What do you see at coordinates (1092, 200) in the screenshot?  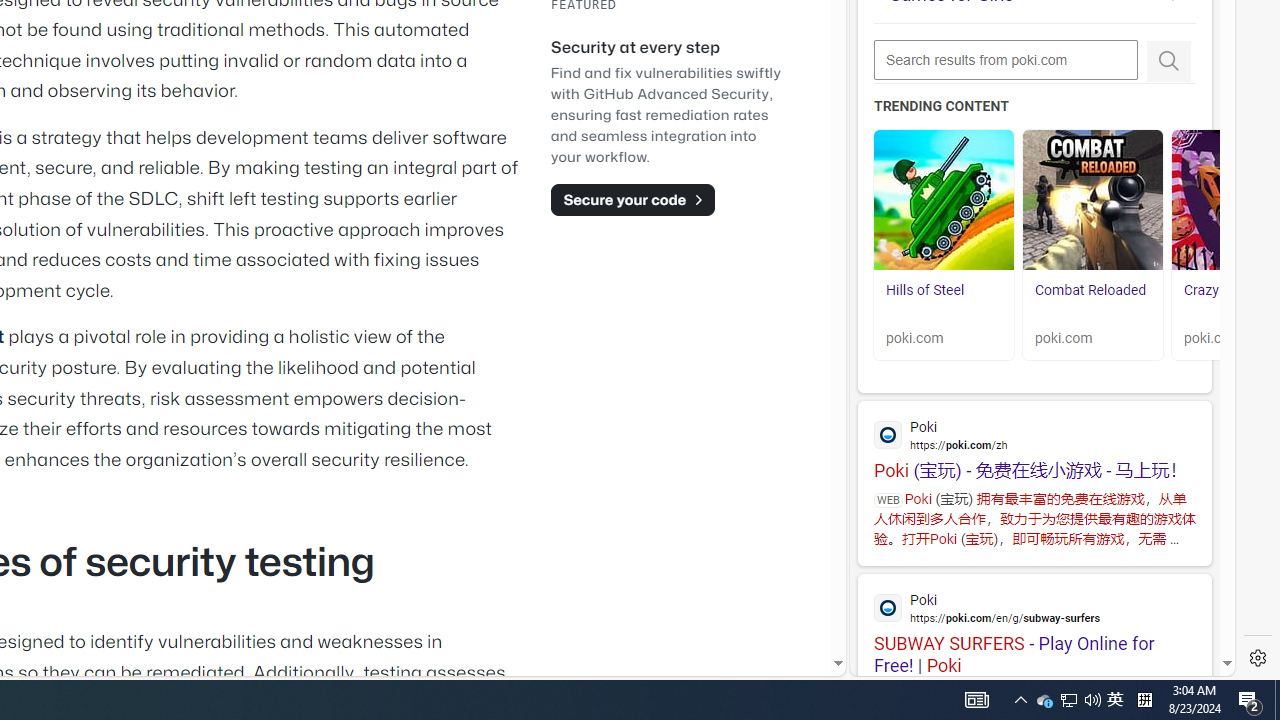 I see `'Combat Reloaded'` at bounding box center [1092, 200].